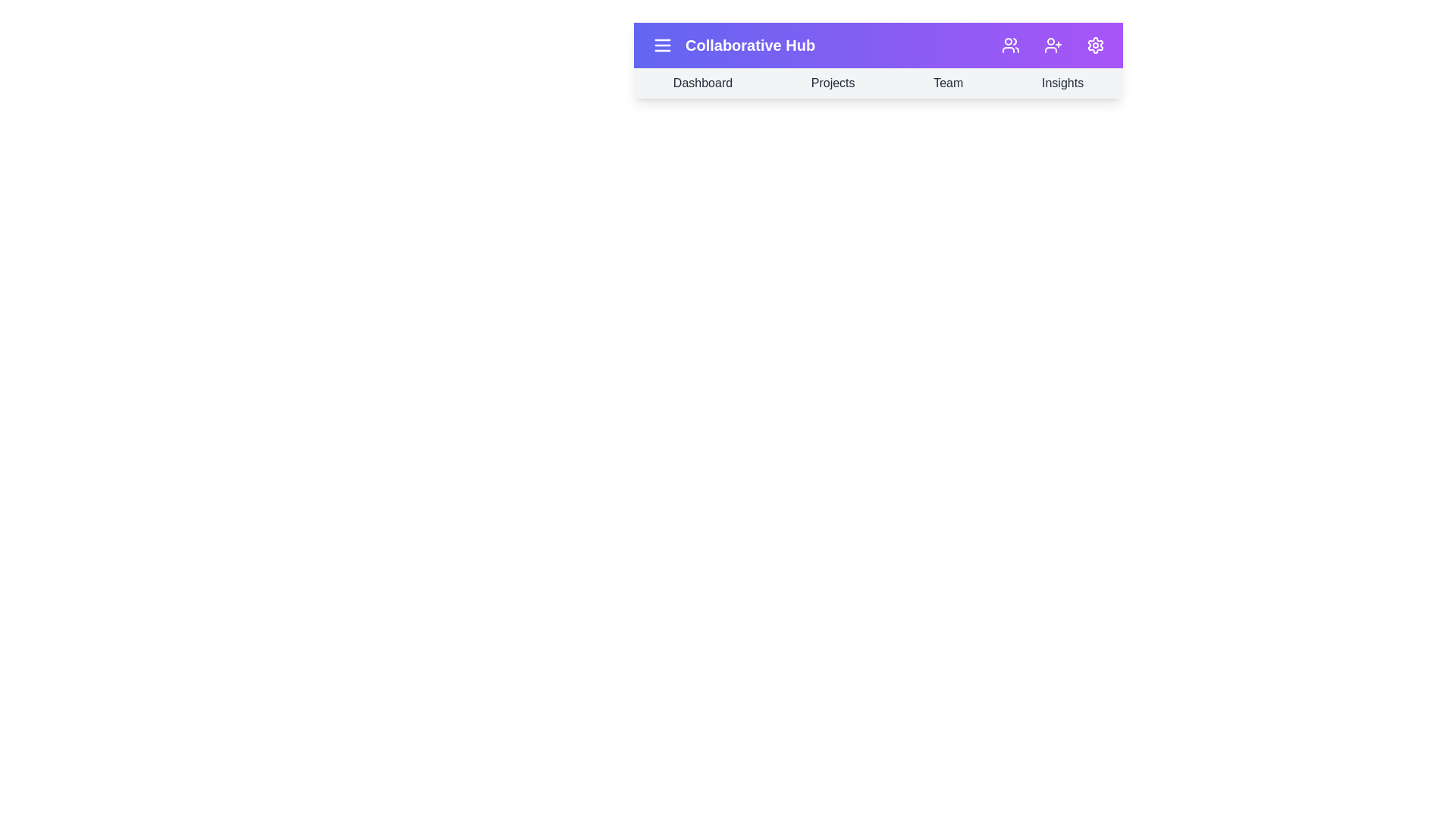  I want to click on the Users button in the CollaborativeAppBar, so click(1011, 45).